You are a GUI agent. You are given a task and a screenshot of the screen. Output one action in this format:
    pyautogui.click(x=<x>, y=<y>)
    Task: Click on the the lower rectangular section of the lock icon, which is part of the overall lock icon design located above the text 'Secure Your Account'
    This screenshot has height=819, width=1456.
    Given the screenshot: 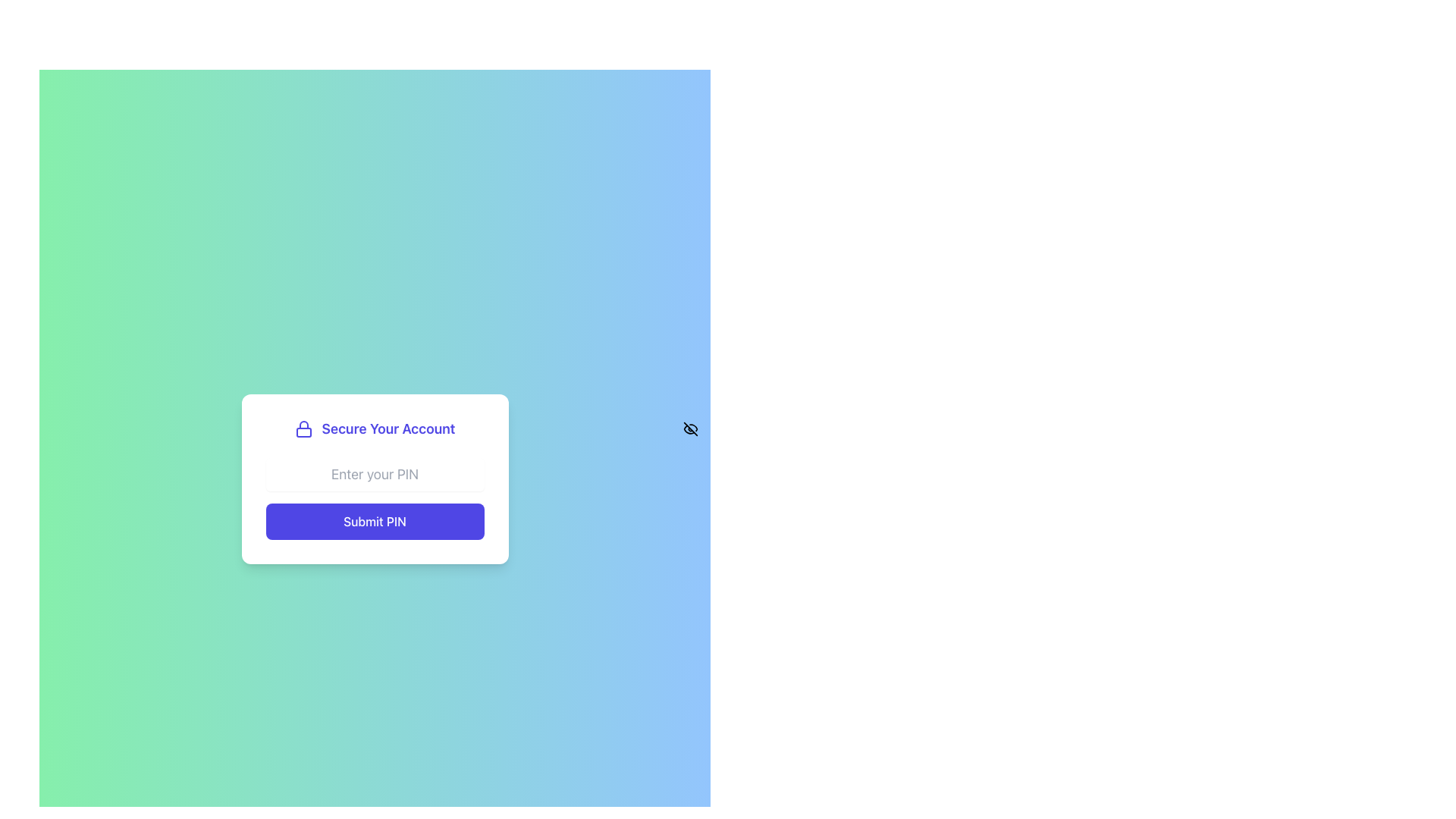 What is the action you would take?
    pyautogui.click(x=303, y=432)
    